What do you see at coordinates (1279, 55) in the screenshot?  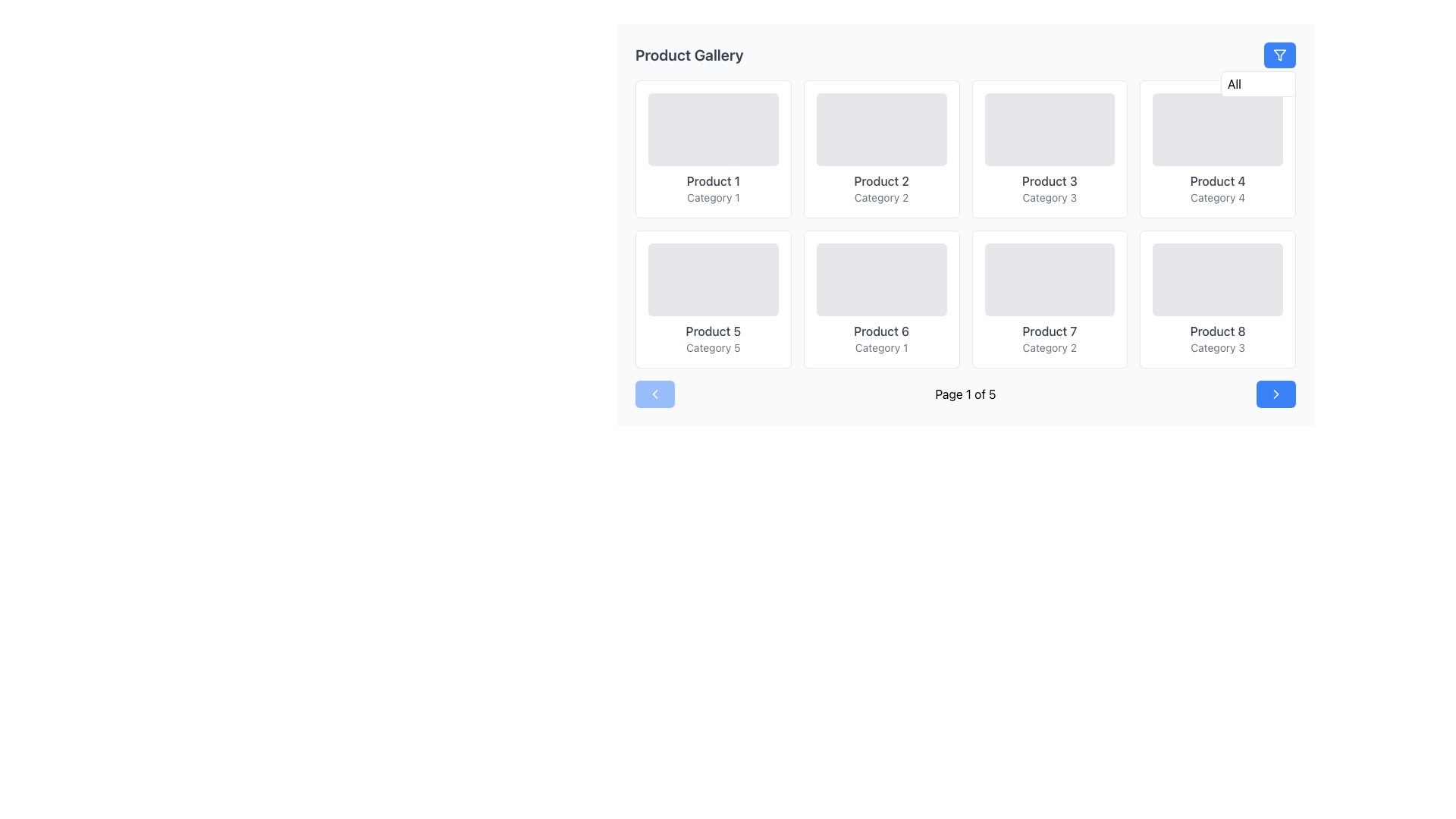 I see `the filtering options button located at the top-right corner of the 'Product Gallery' section, to the right of the text 'All'` at bounding box center [1279, 55].